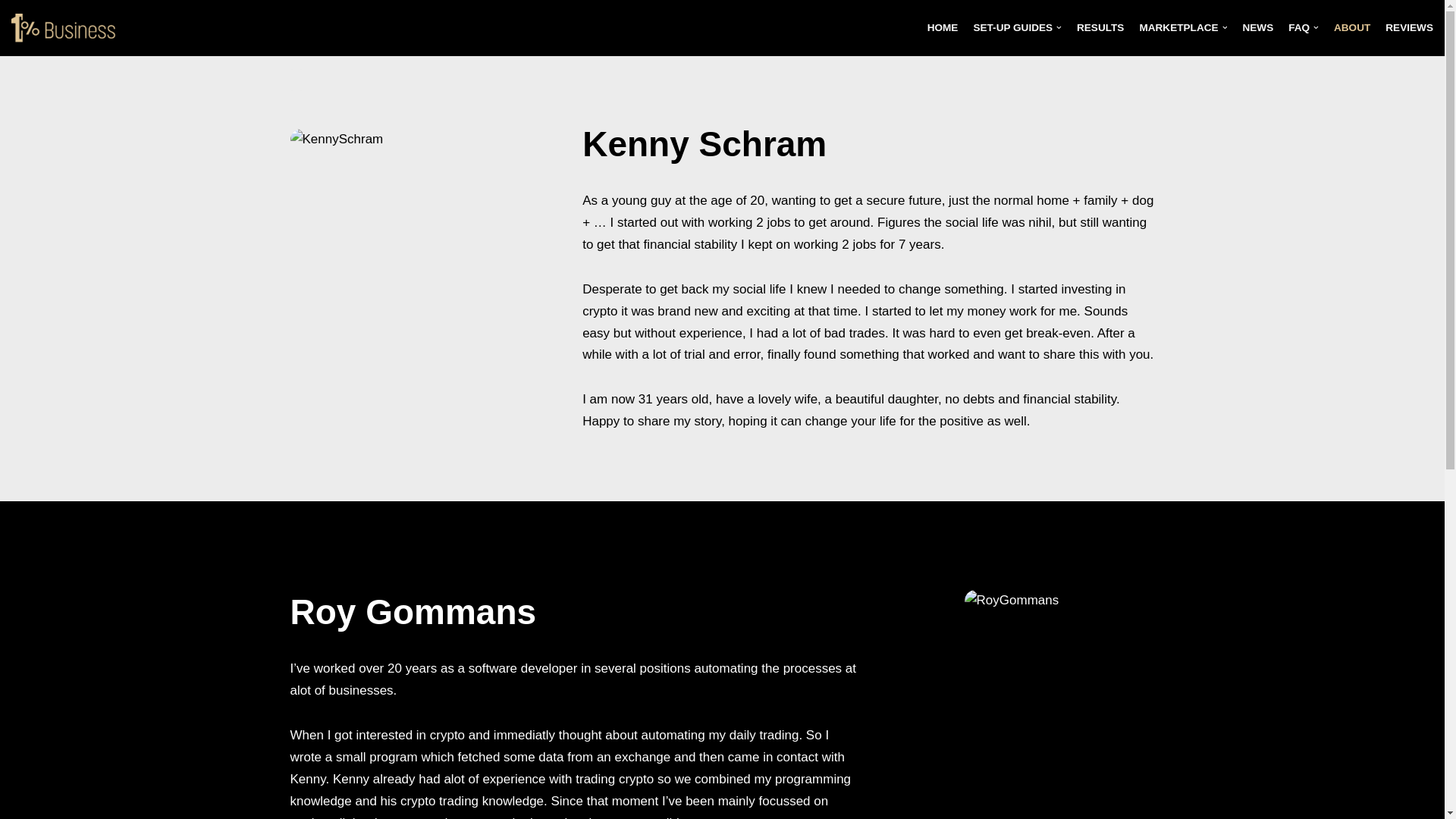  Describe the element at coordinates (0, 32) in the screenshot. I see `'Skip to content'` at that location.